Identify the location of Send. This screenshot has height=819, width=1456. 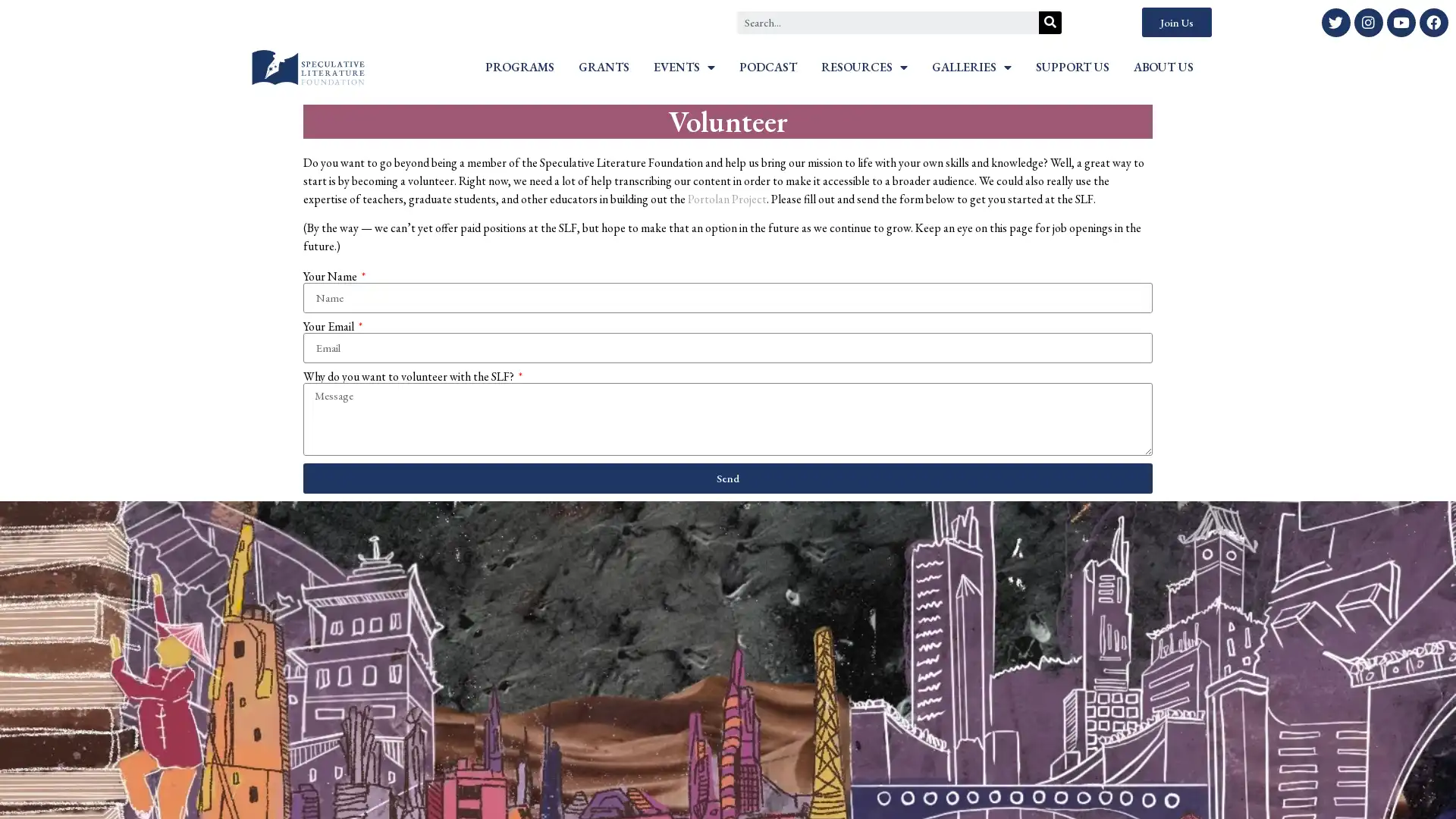
(728, 476).